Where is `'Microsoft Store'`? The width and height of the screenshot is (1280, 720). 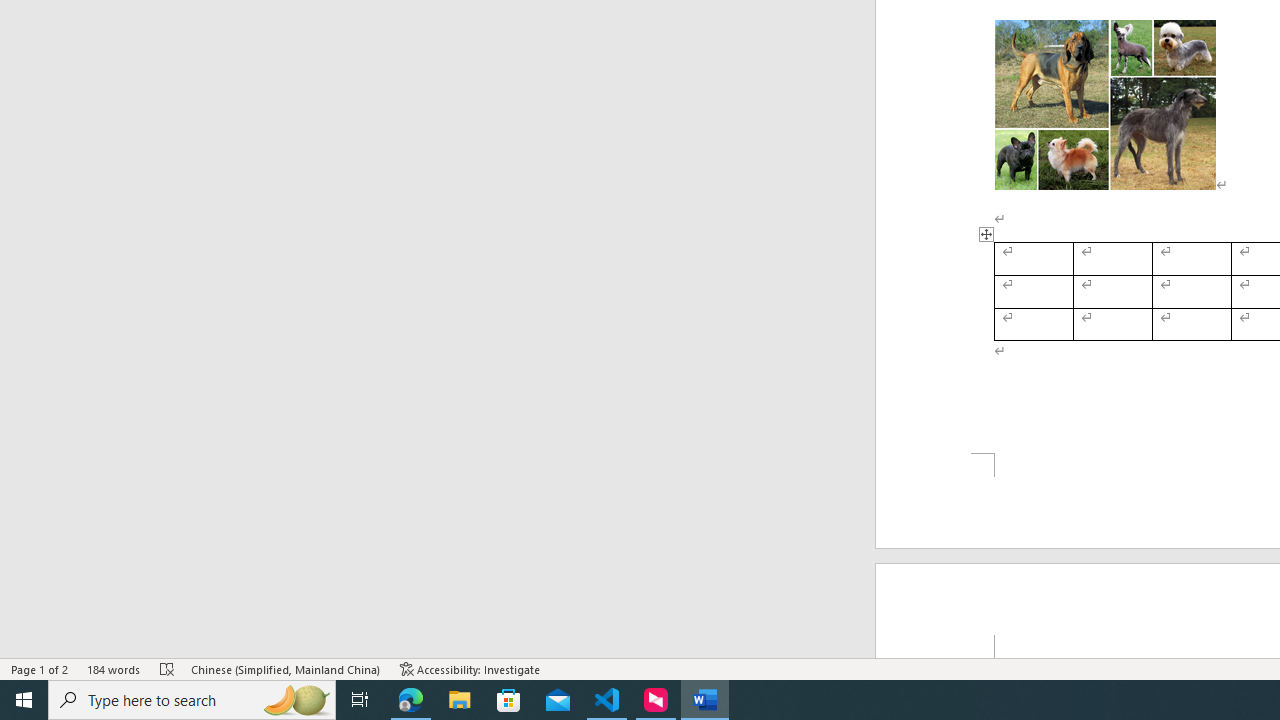 'Microsoft Store' is located at coordinates (509, 698).